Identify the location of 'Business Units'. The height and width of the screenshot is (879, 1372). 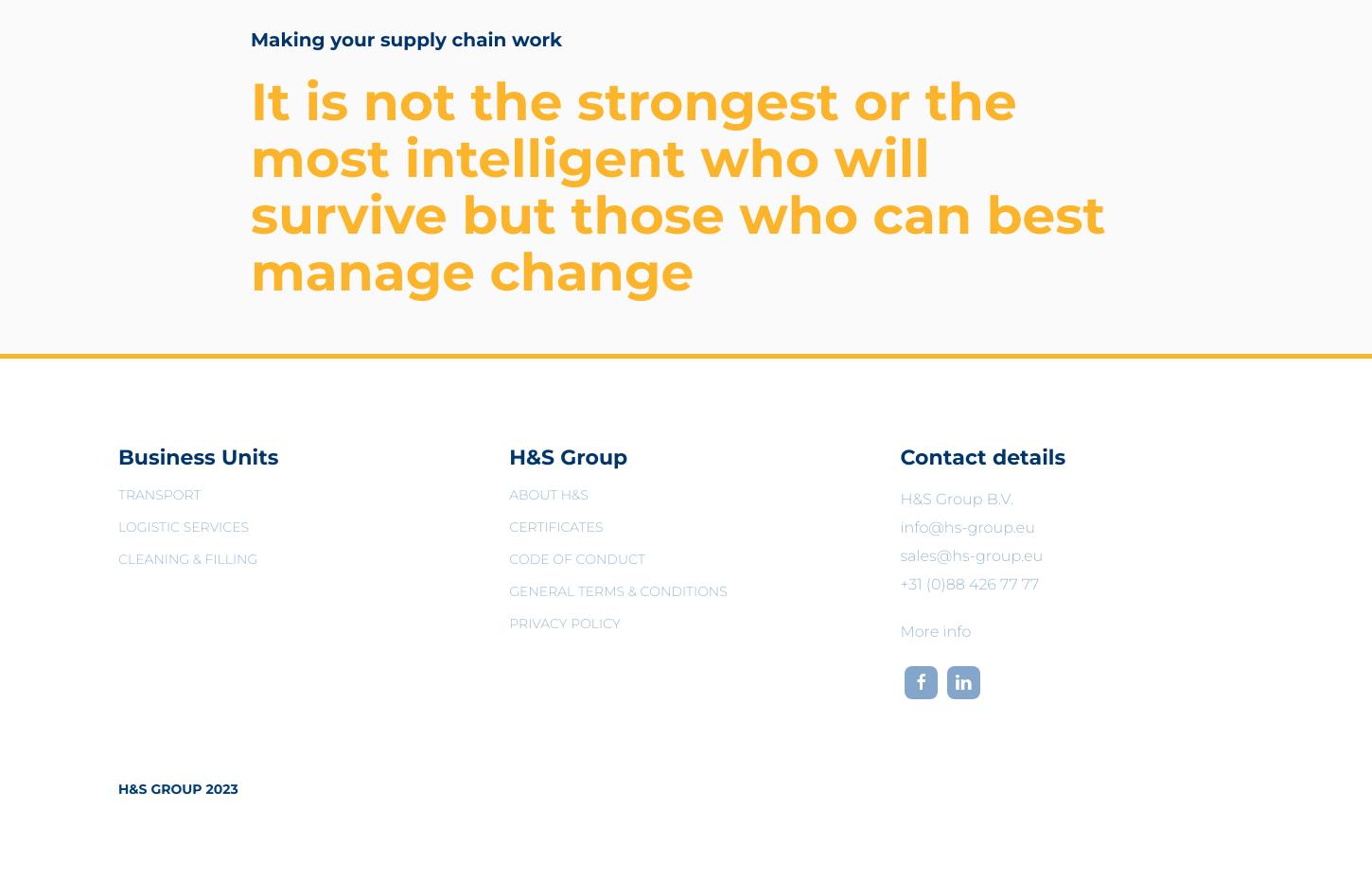
(197, 457).